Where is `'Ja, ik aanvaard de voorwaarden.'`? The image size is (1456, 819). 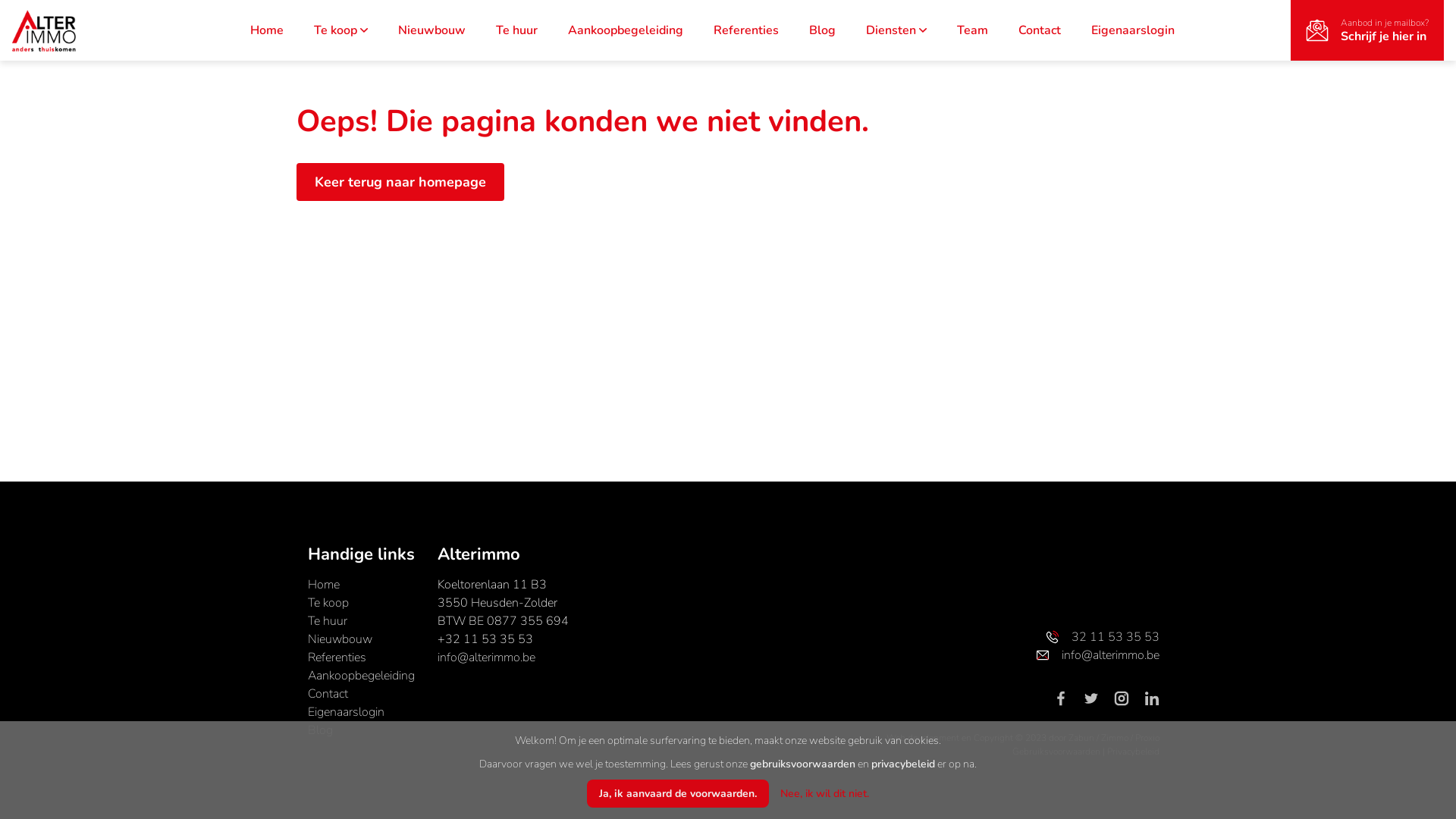
'Ja, ik aanvaard de voorwaarden.' is located at coordinates (676, 792).